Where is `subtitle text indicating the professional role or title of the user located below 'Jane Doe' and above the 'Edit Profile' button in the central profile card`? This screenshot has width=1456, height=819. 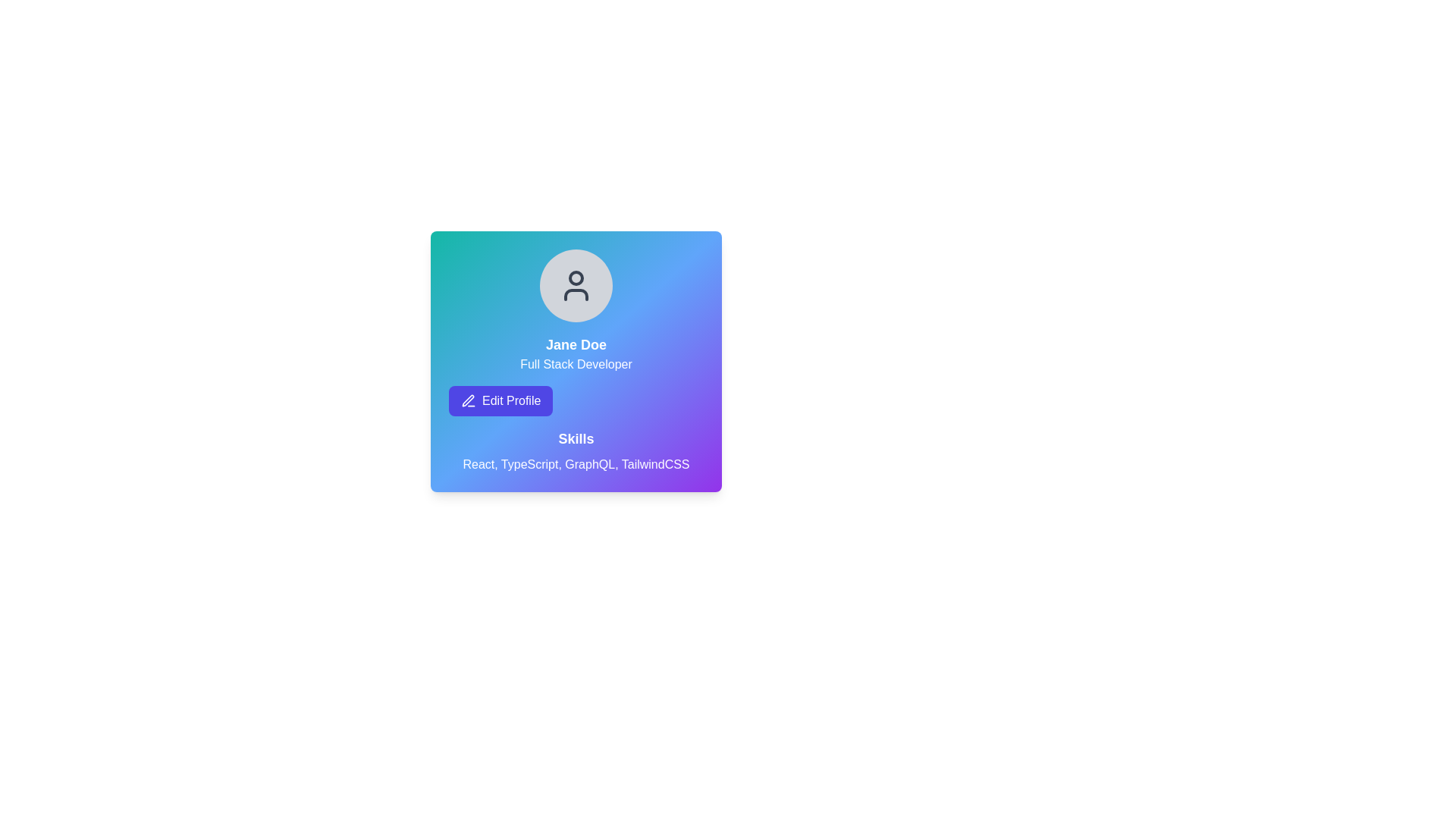
subtitle text indicating the professional role or title of the user located below 'Jane Doe' and above the 'Edit Profile' button in the central profile card is located at coordinates (575, 365).